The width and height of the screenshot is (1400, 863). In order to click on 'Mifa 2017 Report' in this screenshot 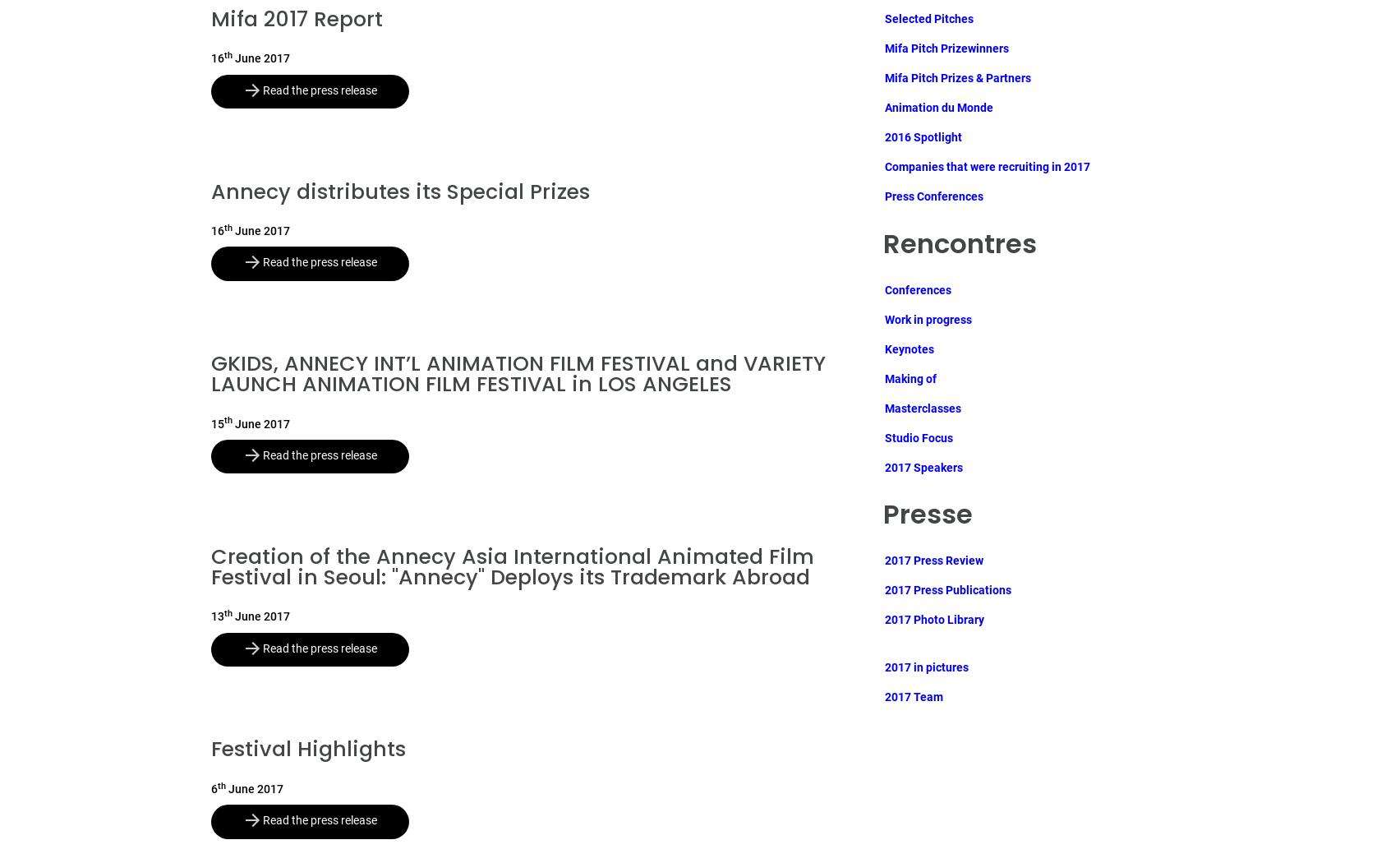, I will do `click(296, 18)`.